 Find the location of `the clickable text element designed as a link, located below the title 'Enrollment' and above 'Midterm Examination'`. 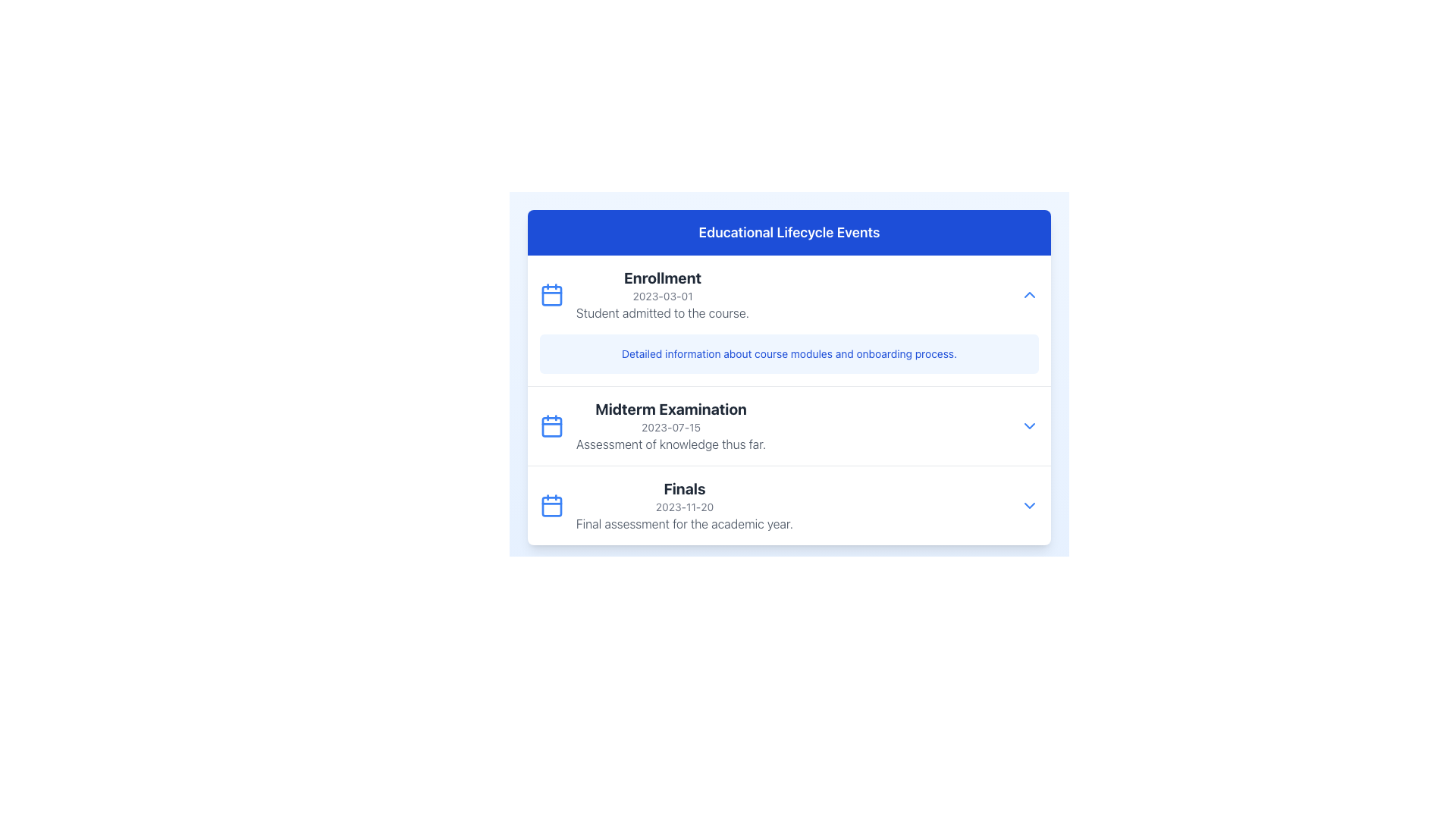

the clickable text element designed as a link, located below the title 'Enrollment' and above 'Midterm Examination' is located at coordinates (789, 365).